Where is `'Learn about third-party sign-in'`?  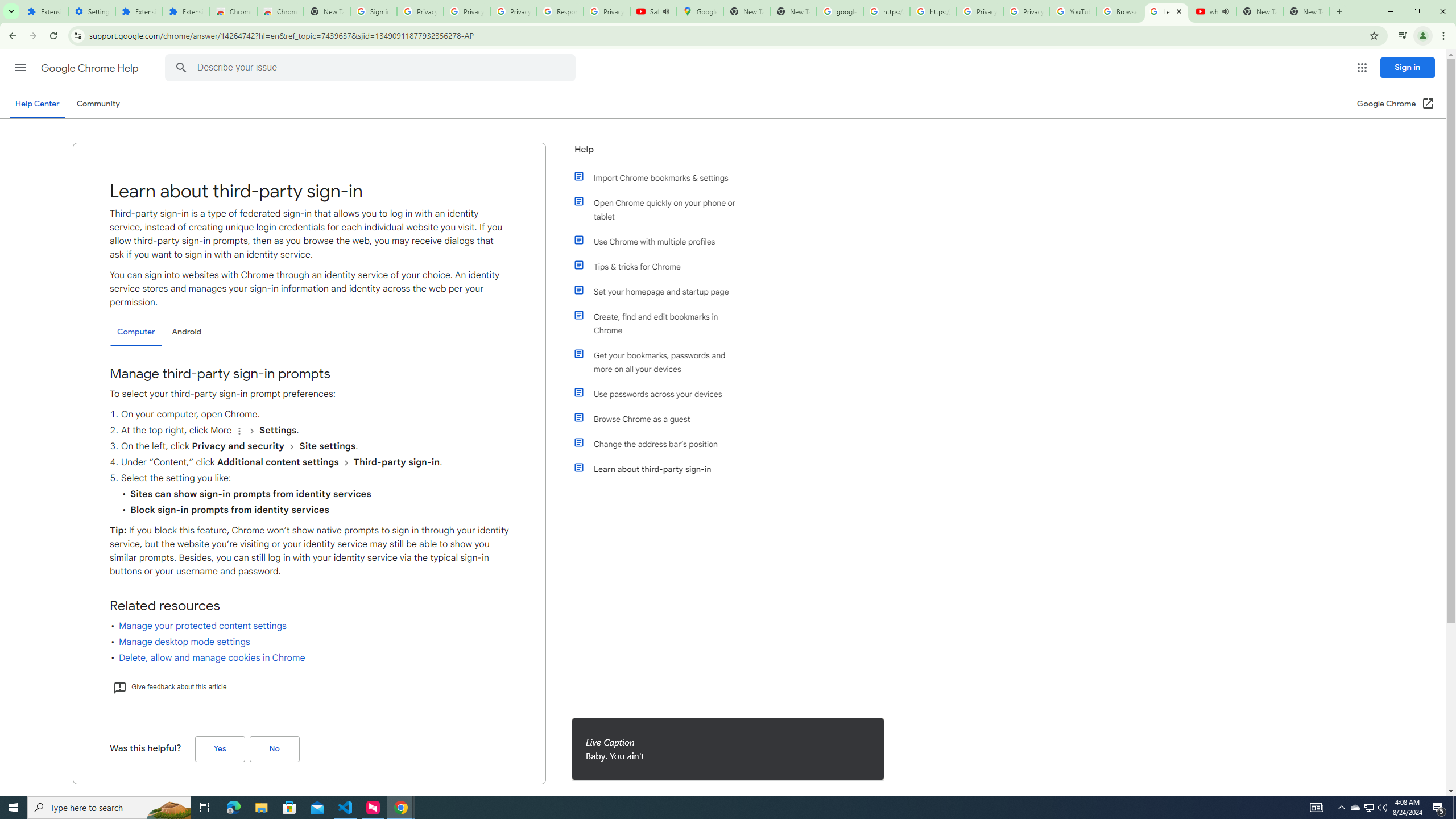
'Learn about third-party sign-in' is located at coordinates (661, 469).